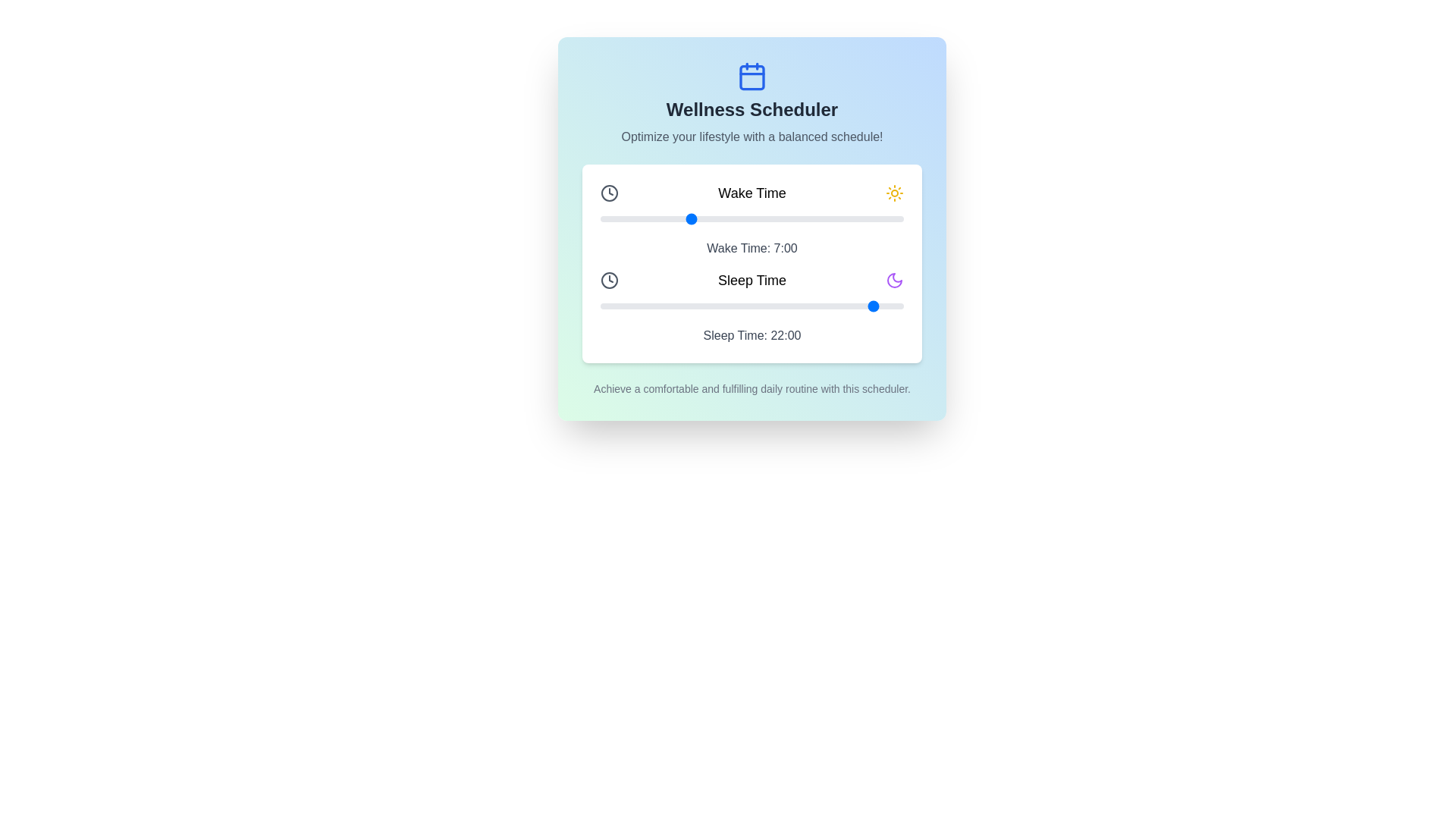 The height and width of the screenshot is (819, 1456). Describe the element at coordinates (895, 192) in the screenshot. I see `the yellow sun icon located to the far right of the 'Wake Time' label in the Wellness Scheduler card` at that location.